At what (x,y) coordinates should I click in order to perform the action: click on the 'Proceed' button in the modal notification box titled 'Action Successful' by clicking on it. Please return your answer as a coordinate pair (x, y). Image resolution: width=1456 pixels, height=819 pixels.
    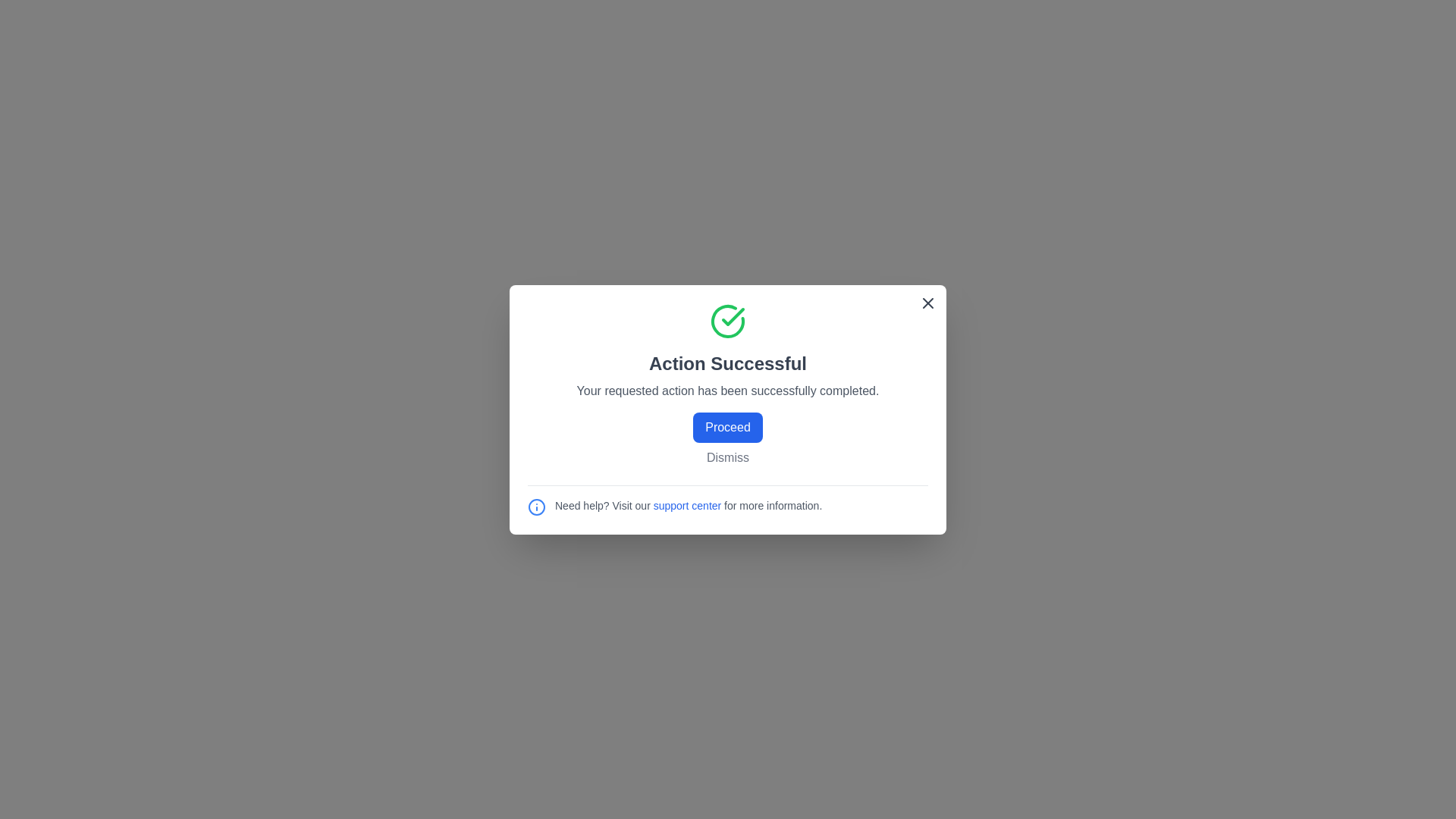
    Looking at the image, I should click on (728, 409).